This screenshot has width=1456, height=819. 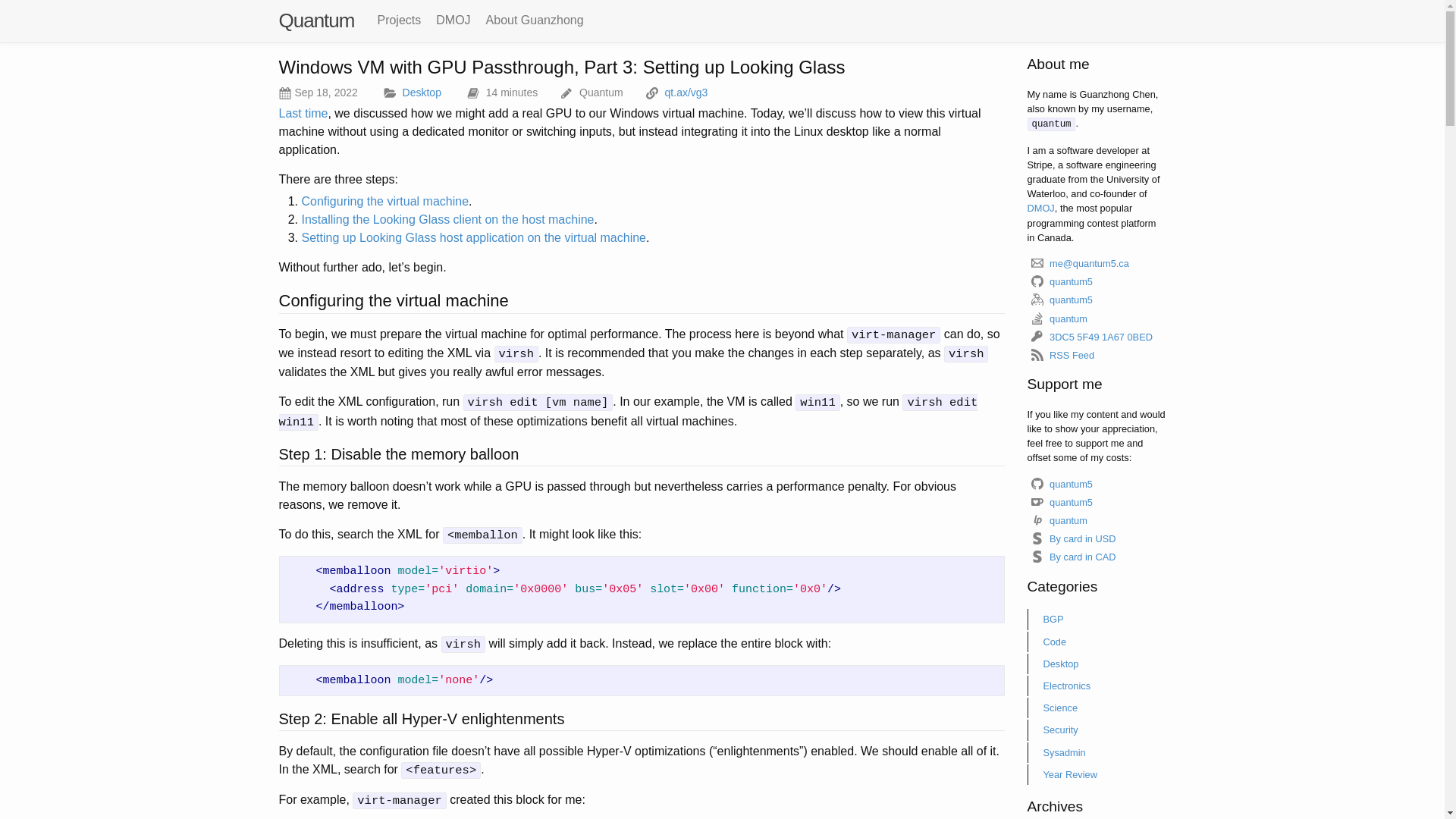 What do you see at coordinates (686, 93) in the screenshot?
I see `'qt.ax/vg3'` at bounding box center [686, 93].